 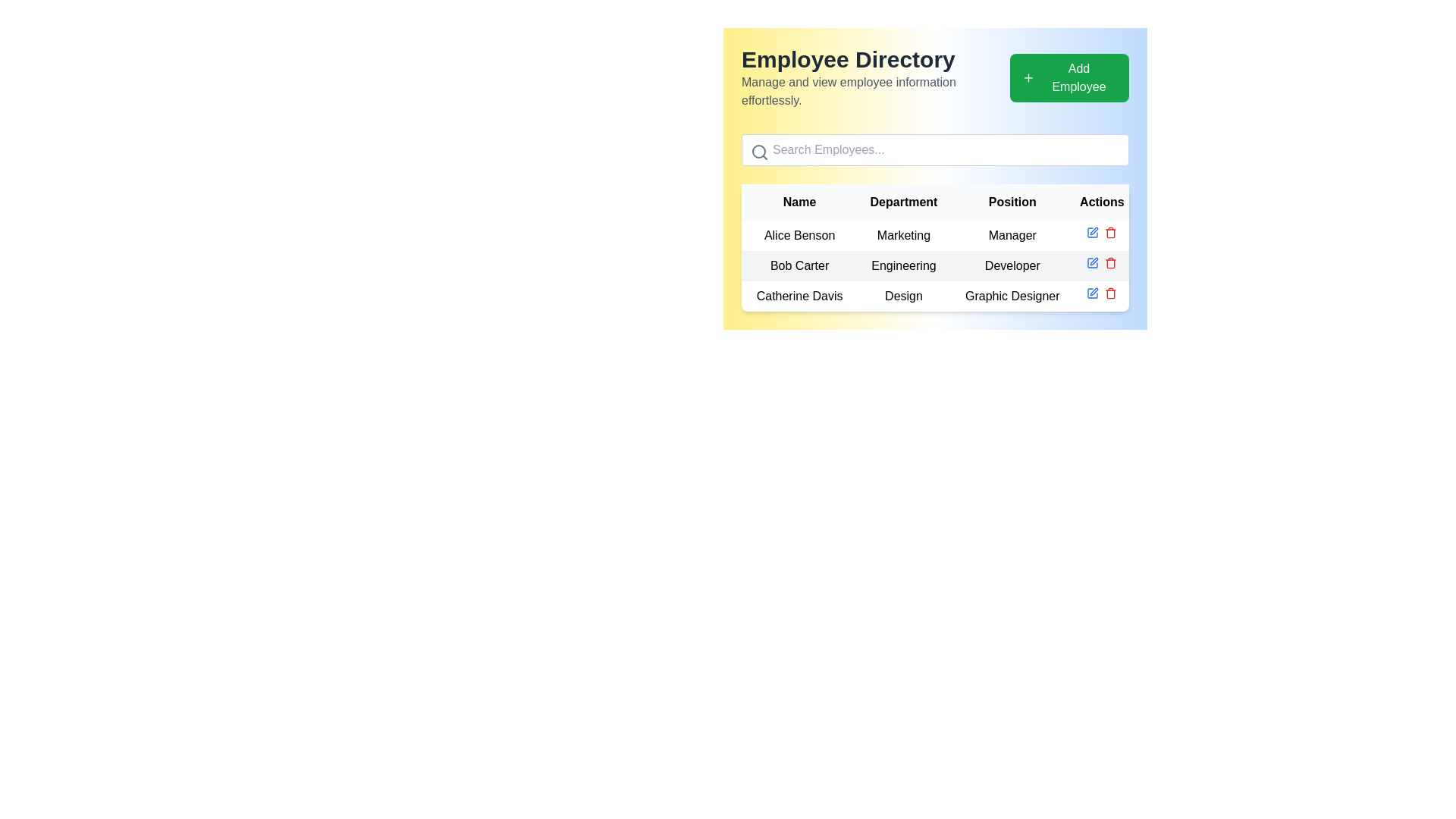 I want to click on the green rectangular button labeled 'Add Employee' with a white plus symbol, so click(x=1068, y=78).